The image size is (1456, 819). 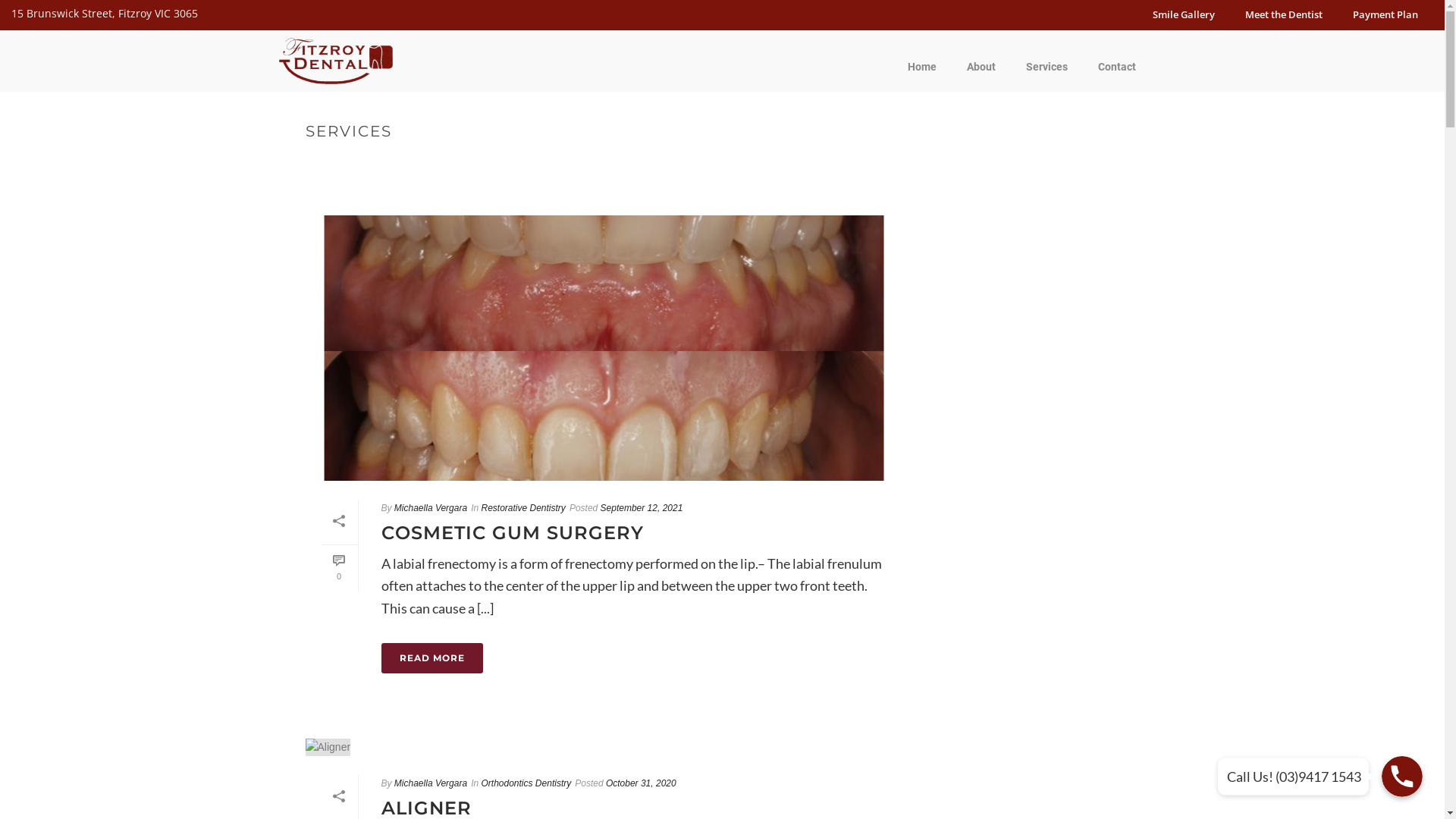 What do you see at coordinates (327, 746) in the screenshot?
I see `'Aligner'` at bounding box center [327, 746].